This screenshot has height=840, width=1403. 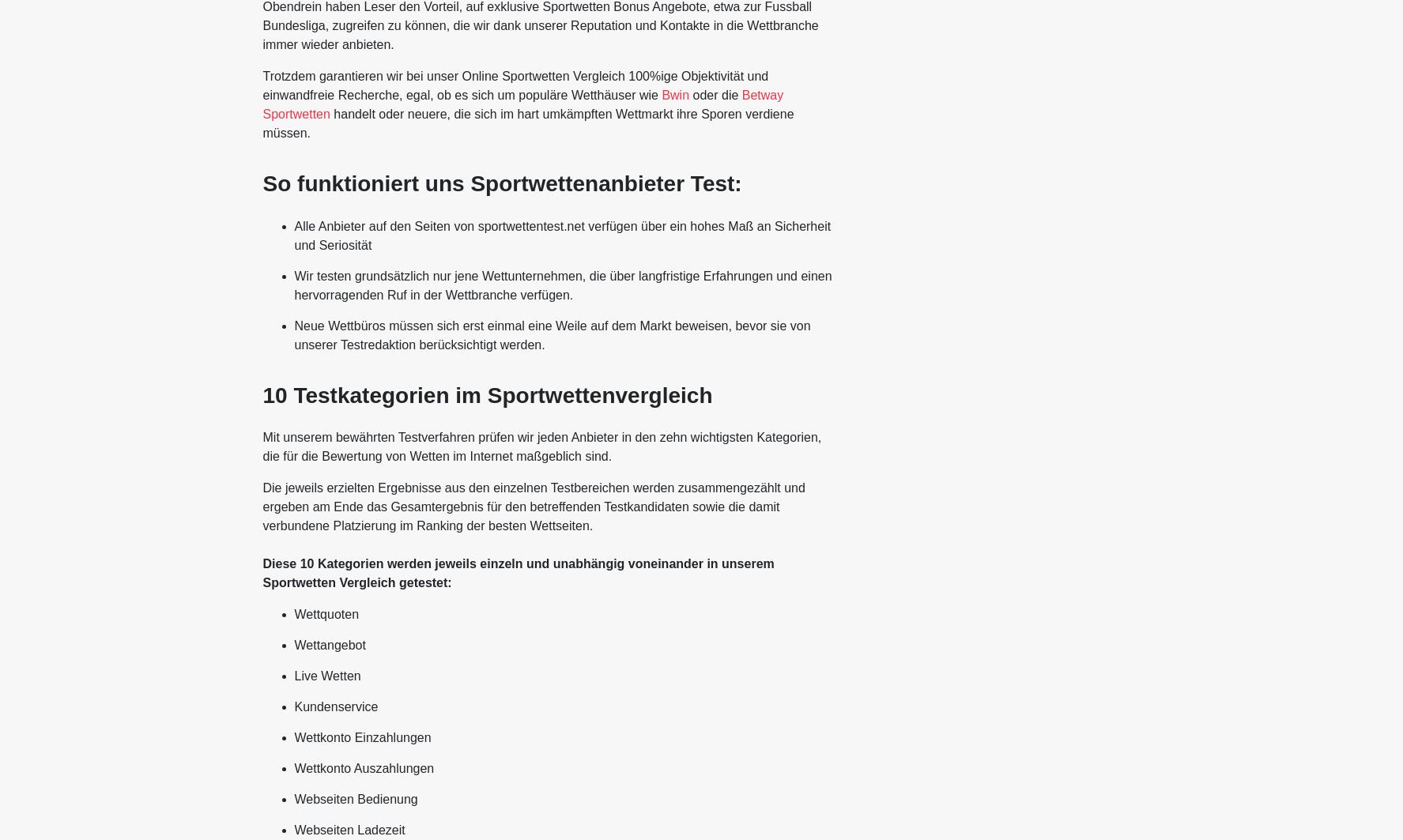 I want to click on 'Wettkonto Einzahlungen', so click(x=362, y=736).